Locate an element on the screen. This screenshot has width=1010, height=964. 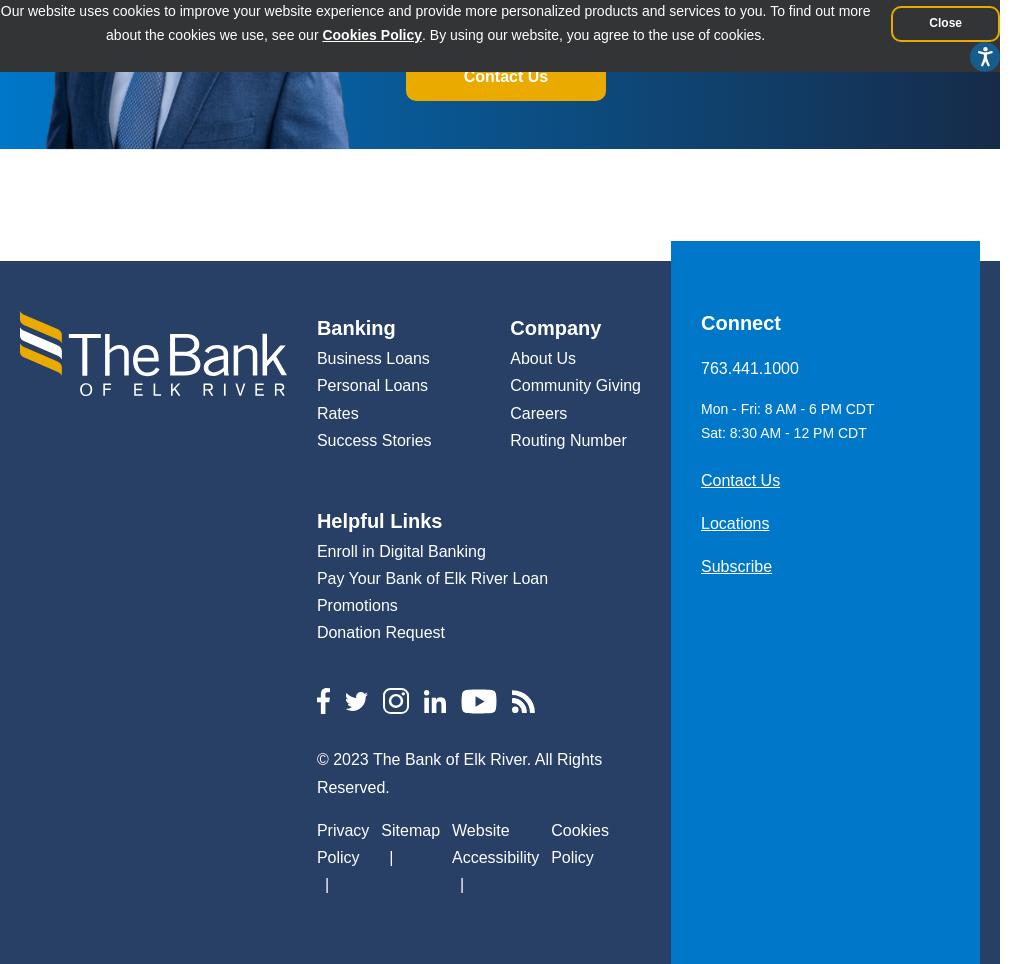
'Privacy Policy' is located at coordinates (342, 842).